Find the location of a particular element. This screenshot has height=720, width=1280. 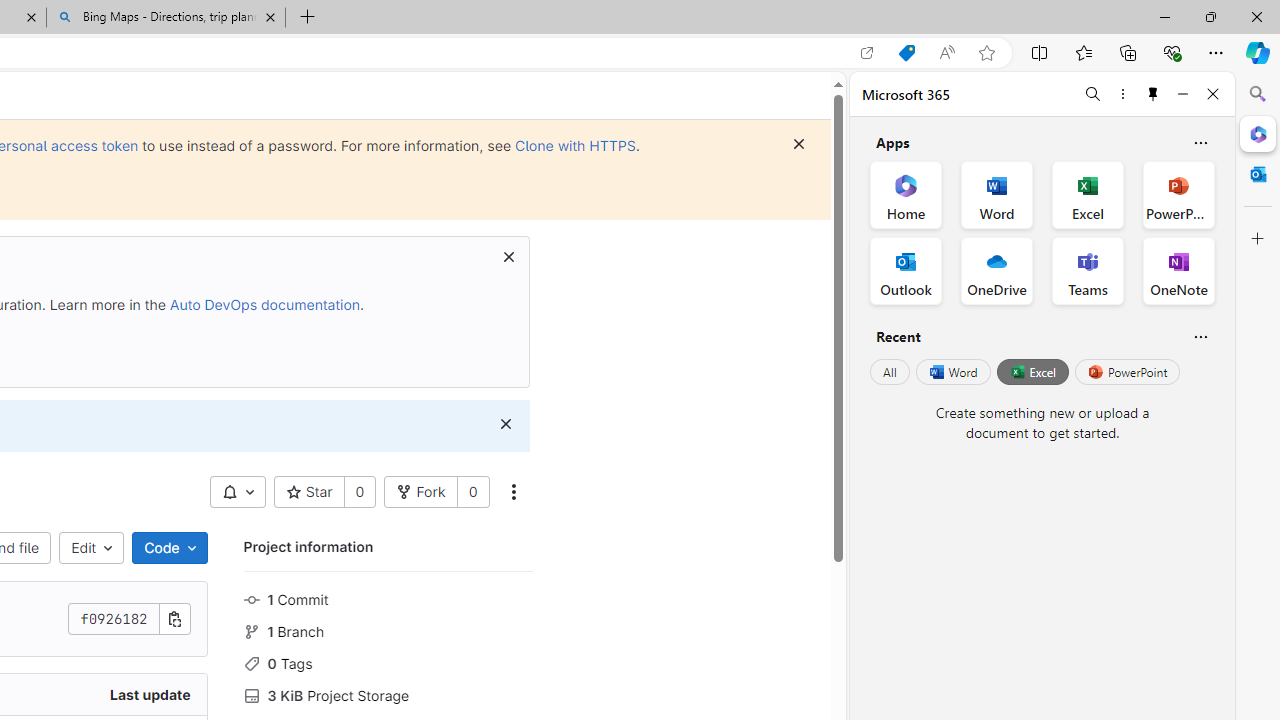

'Copilot (Ctrl+Shift+.)' is located at coordinates (1257, 51).